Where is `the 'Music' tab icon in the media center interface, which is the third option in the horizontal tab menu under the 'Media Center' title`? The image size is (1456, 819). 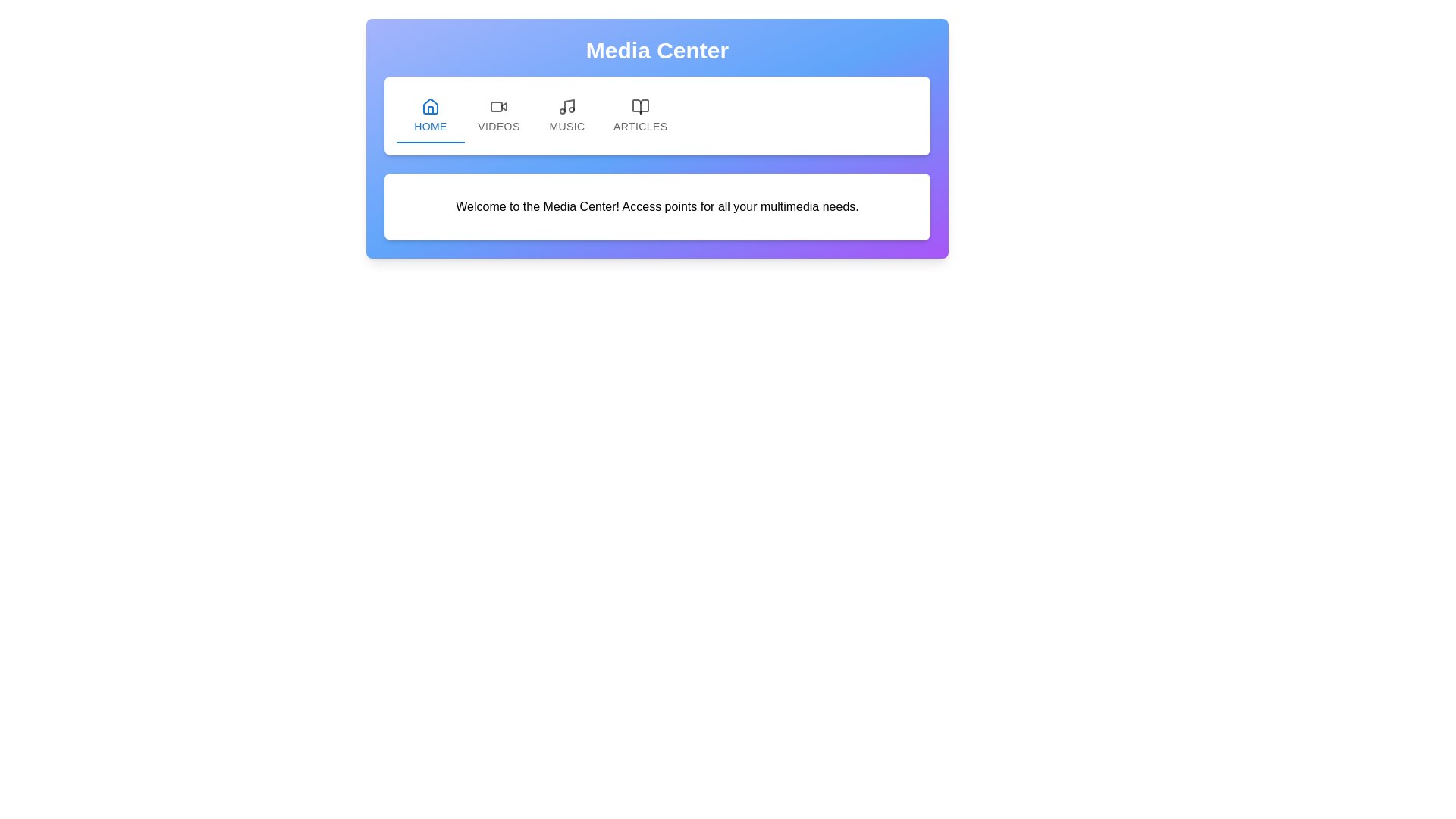
the 'Music' tab icon in the media center interface, which is the third option in the horizontal tab menu under the 'Media Center' title is located at coordinates (566, 106).